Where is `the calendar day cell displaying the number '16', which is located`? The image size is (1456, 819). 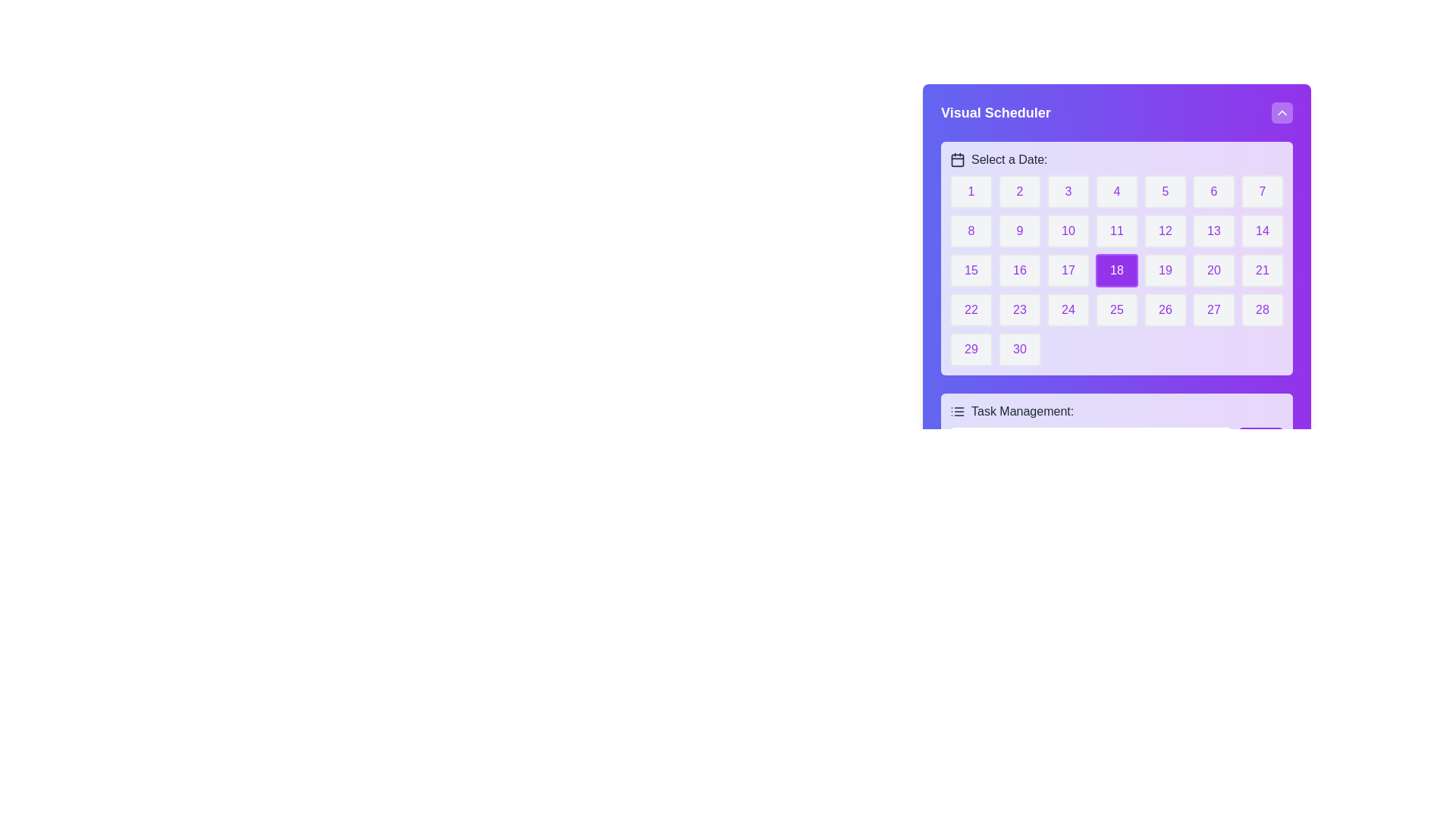 the calendar day cell displaying the number '16', which is located is located at coordinates (1019, 270).